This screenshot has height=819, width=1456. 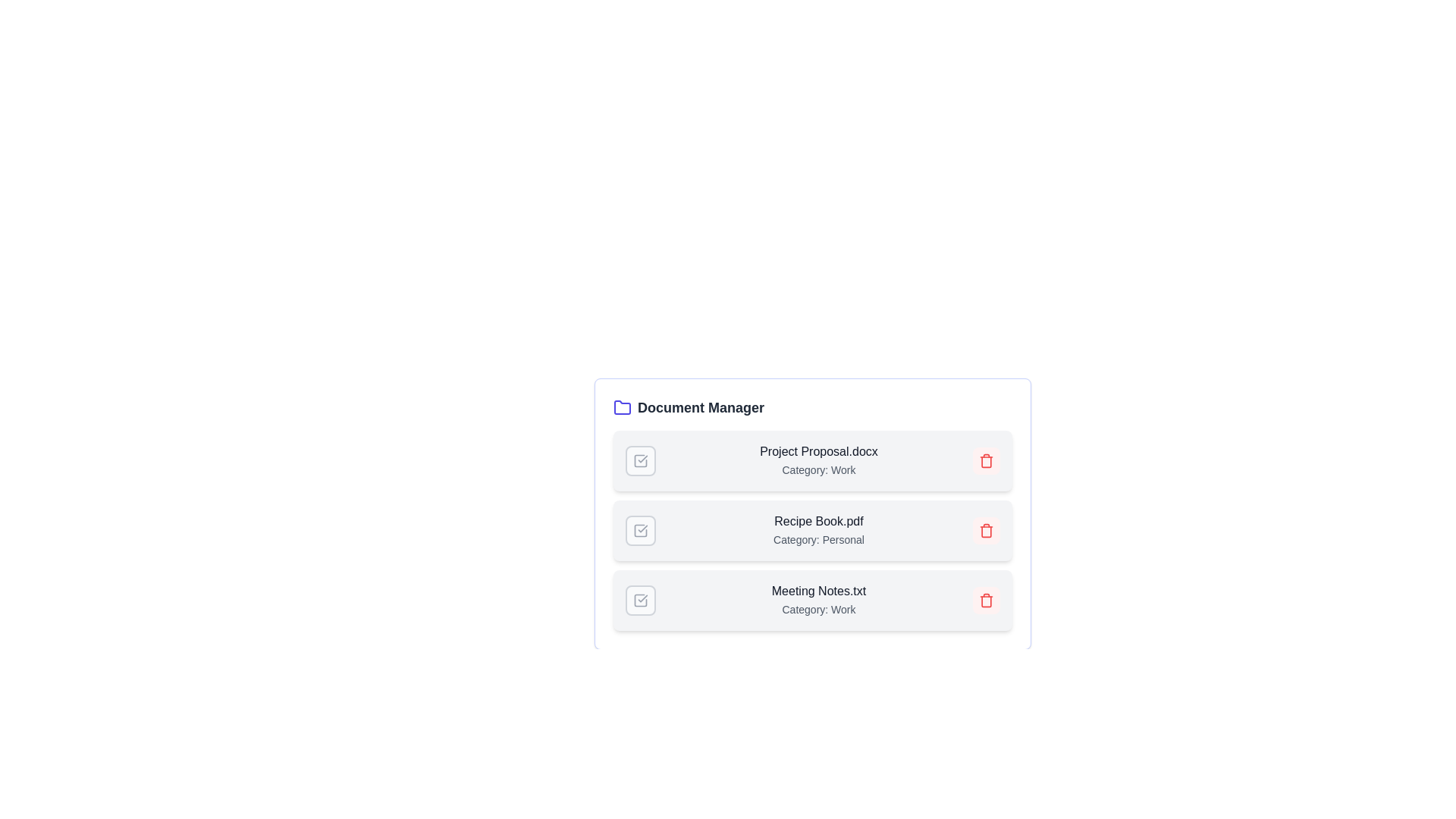 I want to click on the delete button located in the rightmost section of the 'Recipe Book.pdf' card under the category label 'Personal', so click(x=986, y=529).